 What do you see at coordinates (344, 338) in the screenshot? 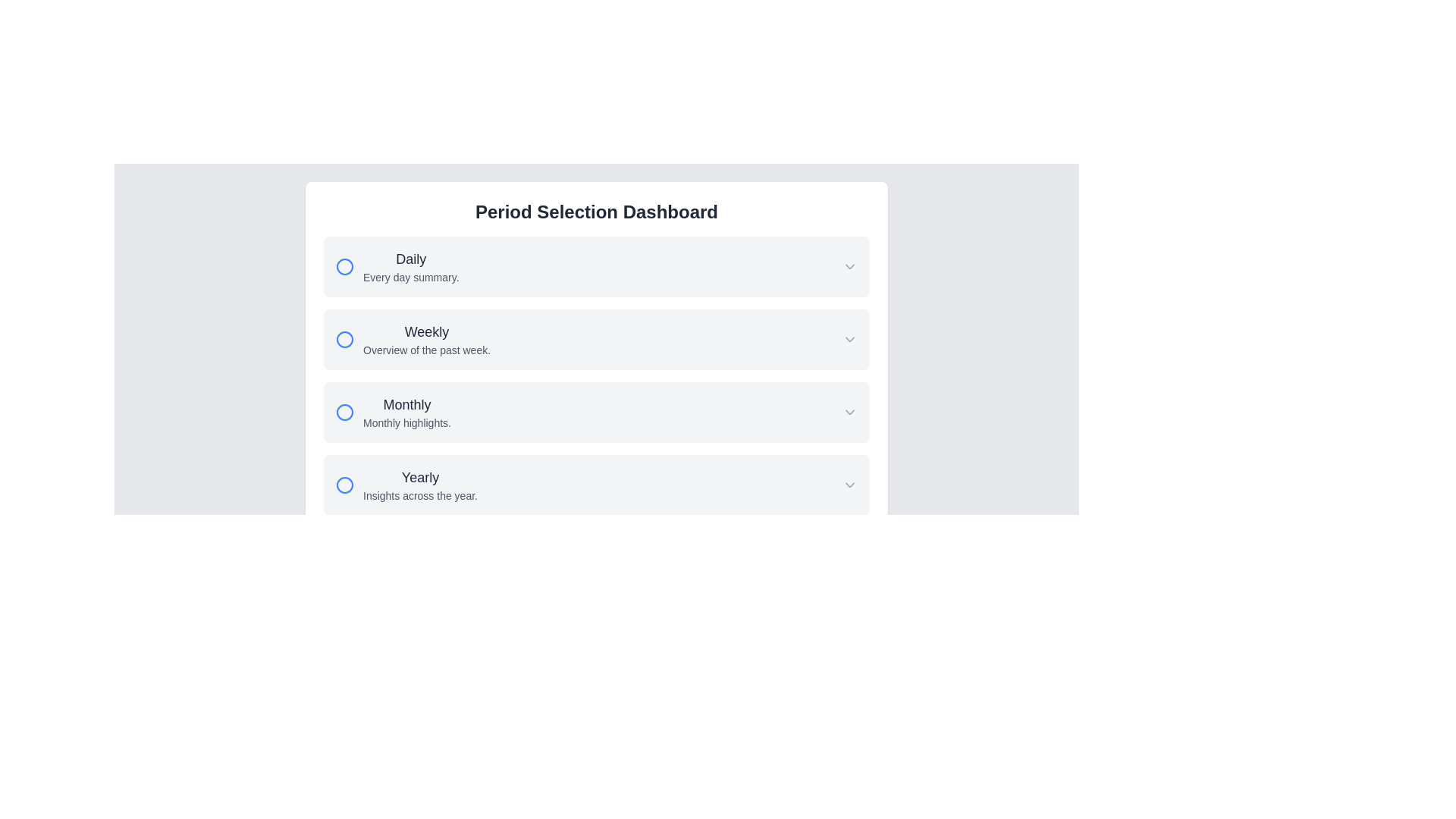
I see `the 'Weekly' radio button` at bounding box center [344, 338].